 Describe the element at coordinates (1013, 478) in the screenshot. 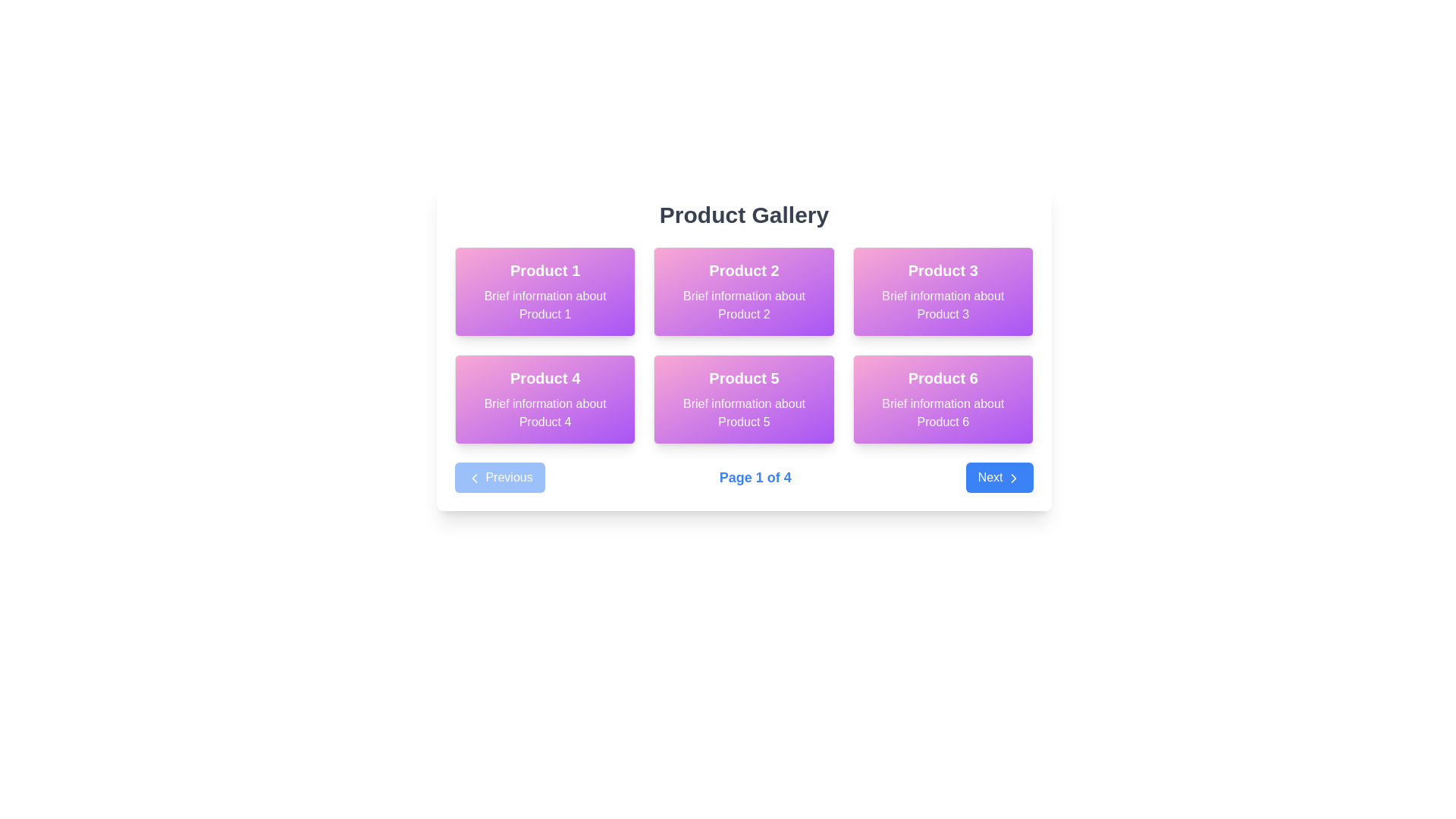

I see `the next button containing the forward icon located at the bottom-right corner of the interface` at that location.